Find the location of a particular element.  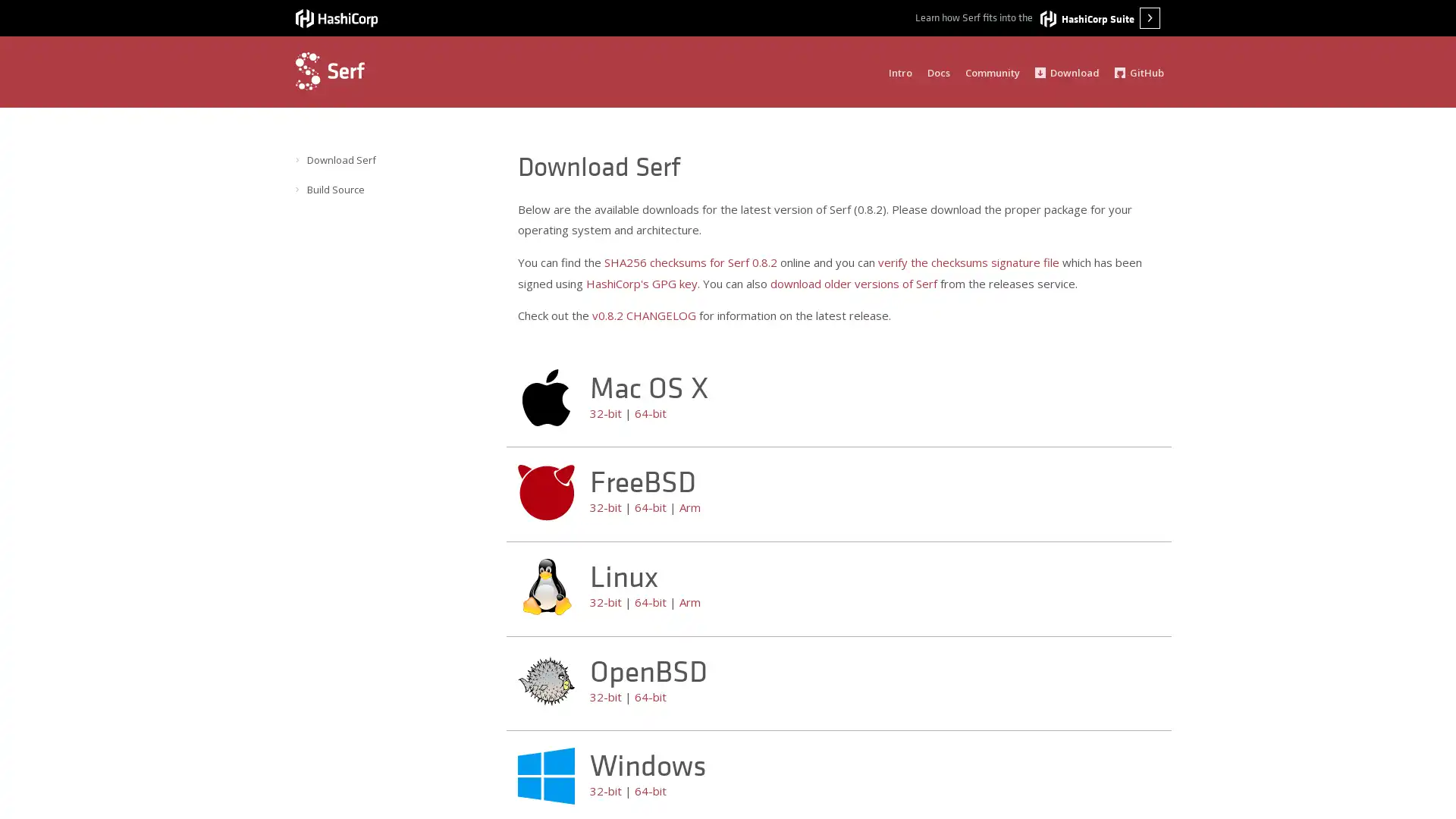

HashiCorp Logo HashiCorp Suite Open is located at coordinates (1100, 17).